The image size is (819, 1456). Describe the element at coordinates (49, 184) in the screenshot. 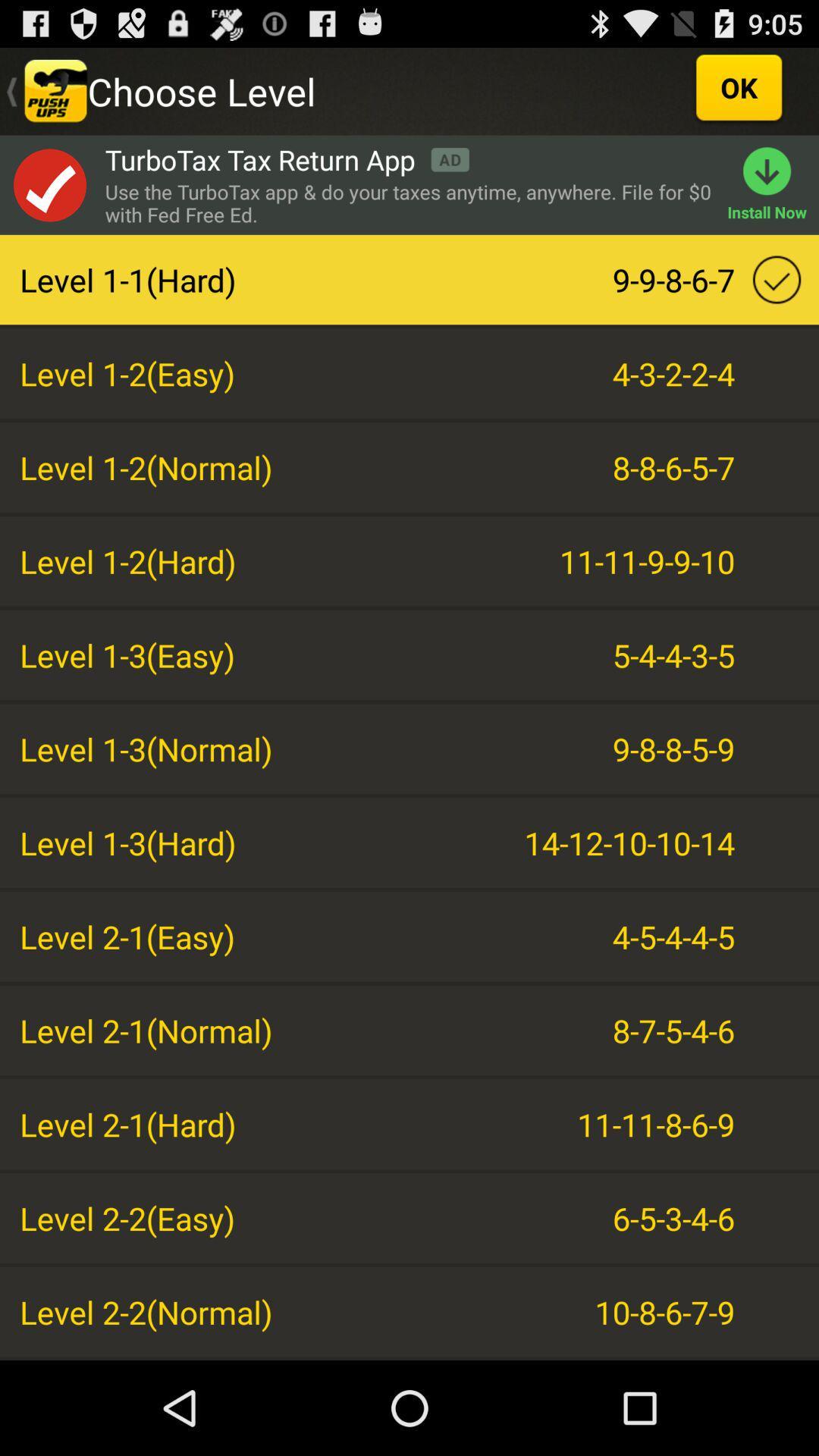

I see `open` at that location.